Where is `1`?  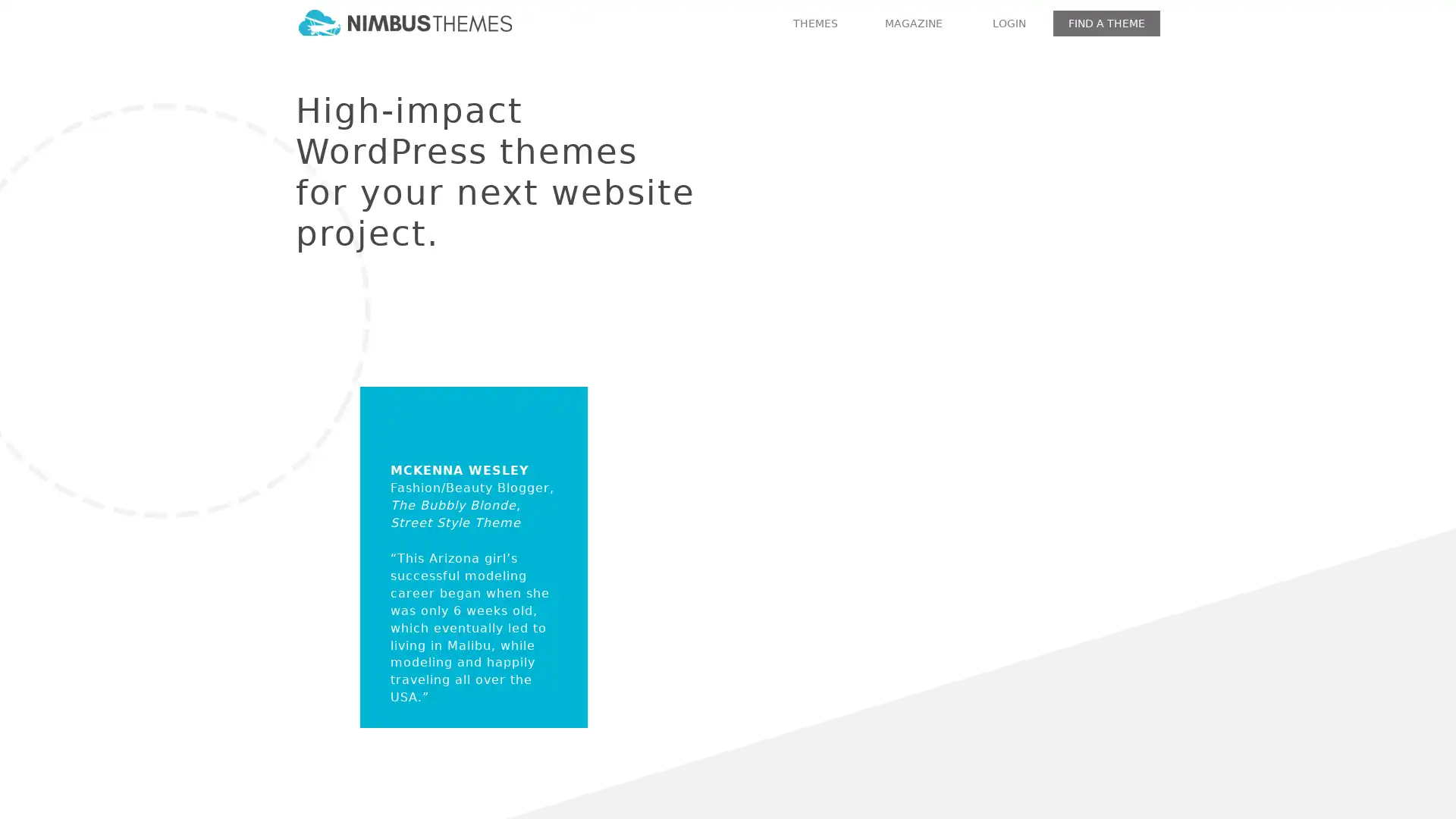 1 is located at coordinates (869, 526).